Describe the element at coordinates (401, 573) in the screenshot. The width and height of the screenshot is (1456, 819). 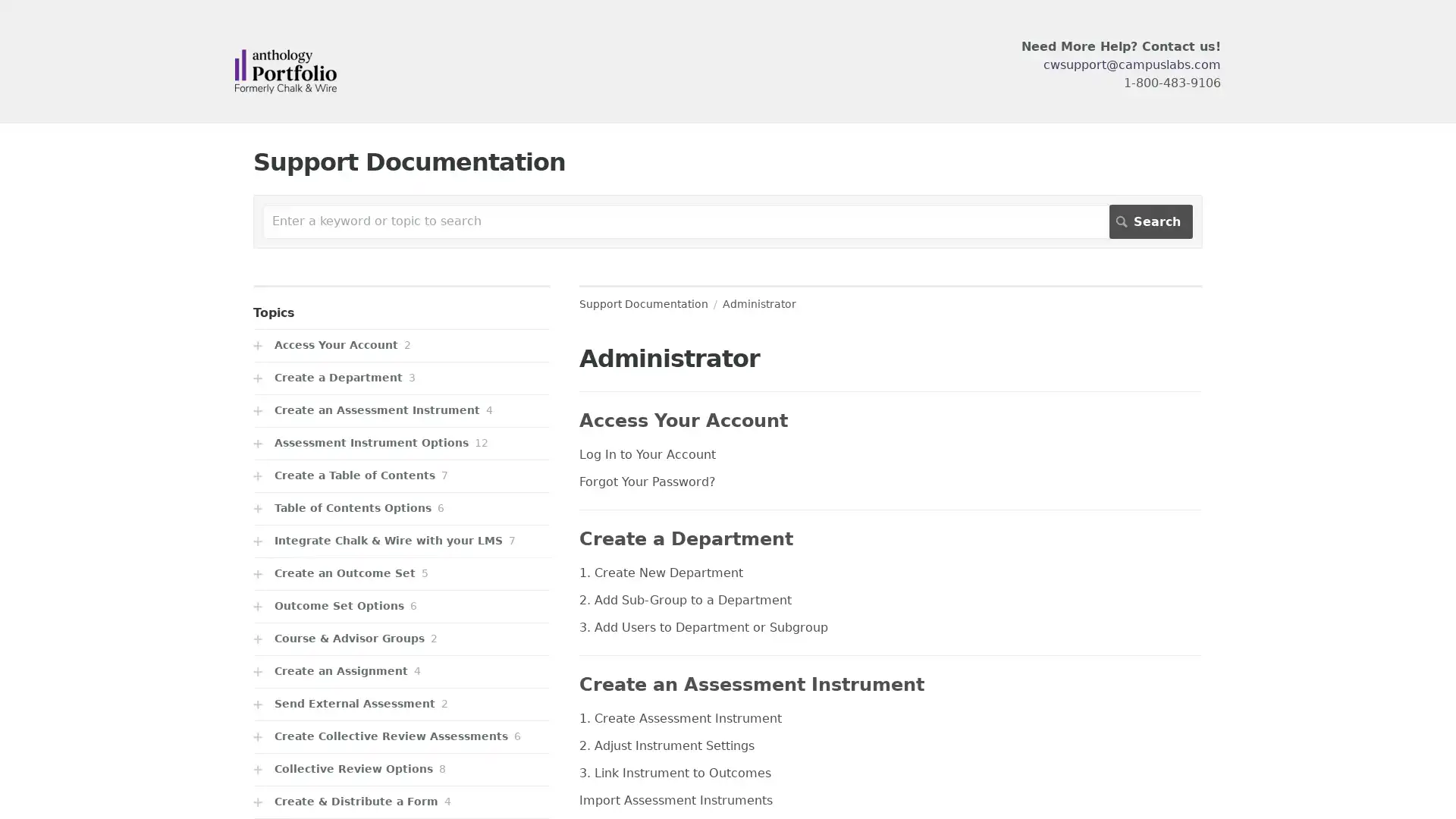
I see `Create an Outcome Set 5` at that location.